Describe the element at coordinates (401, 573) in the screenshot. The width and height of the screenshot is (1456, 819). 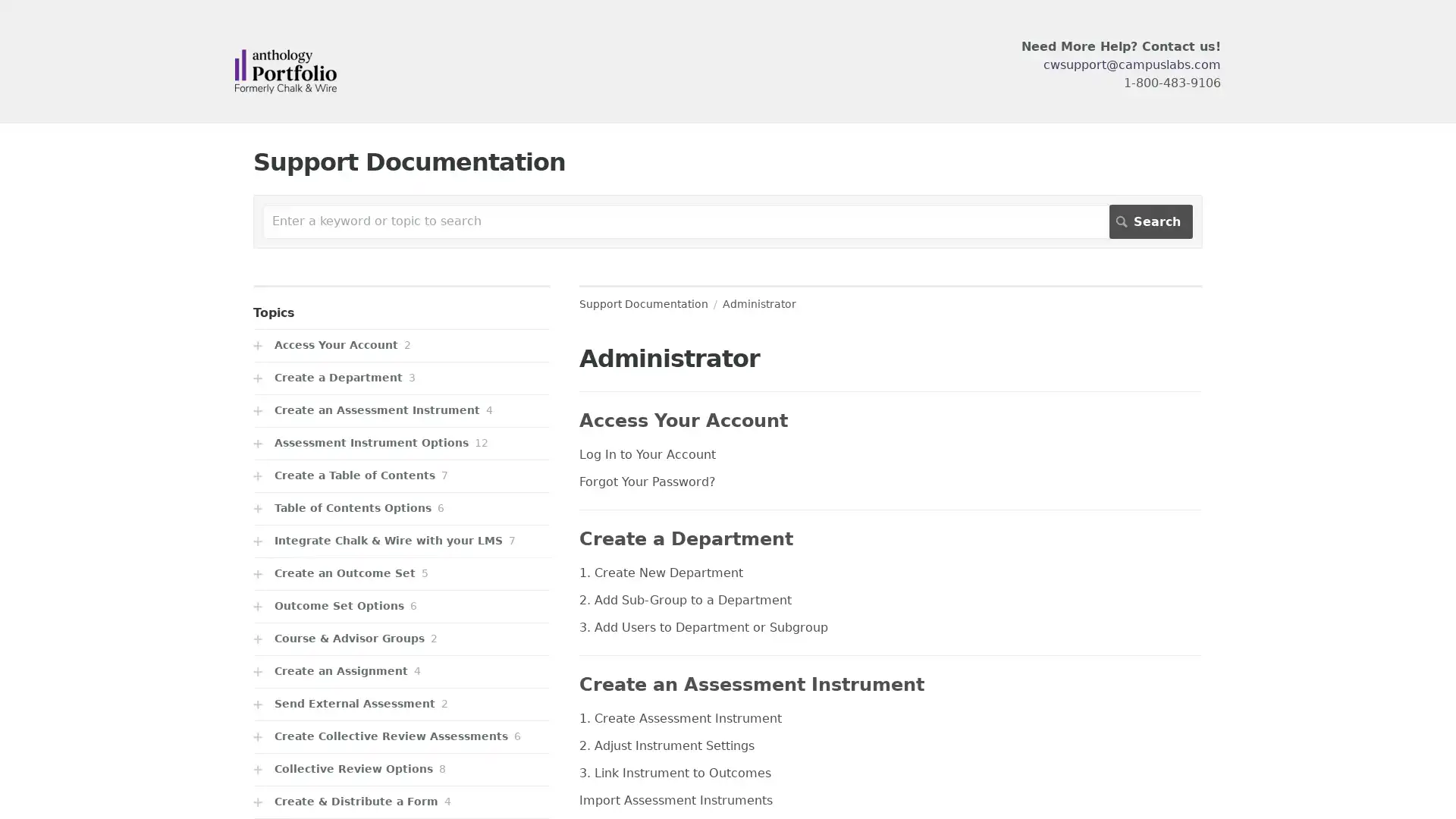
I see `Create an Outcome Set 5` at that location.